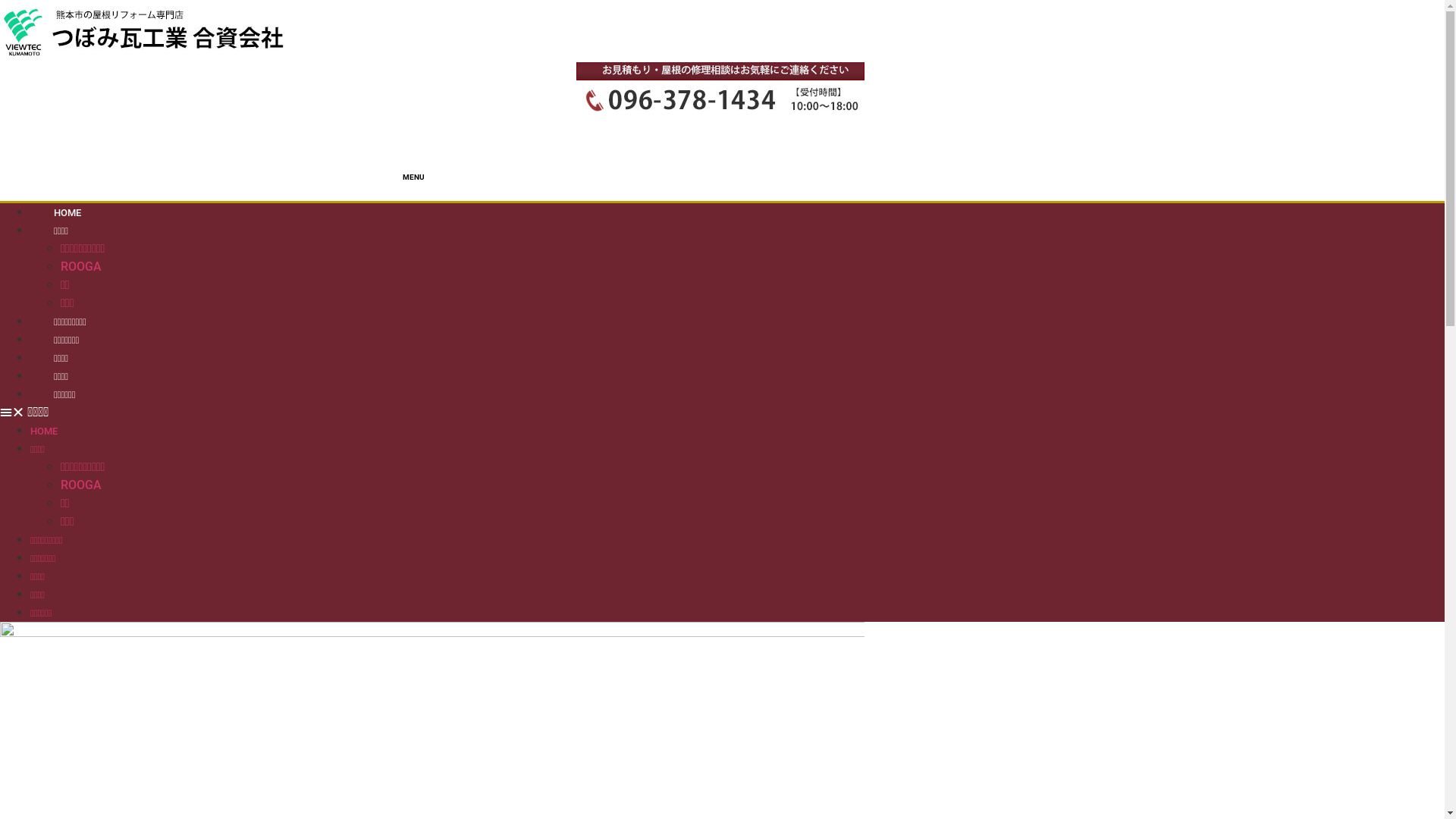 The image size is (1456, 819). I want to click on 'HOME', so click(30, 431).